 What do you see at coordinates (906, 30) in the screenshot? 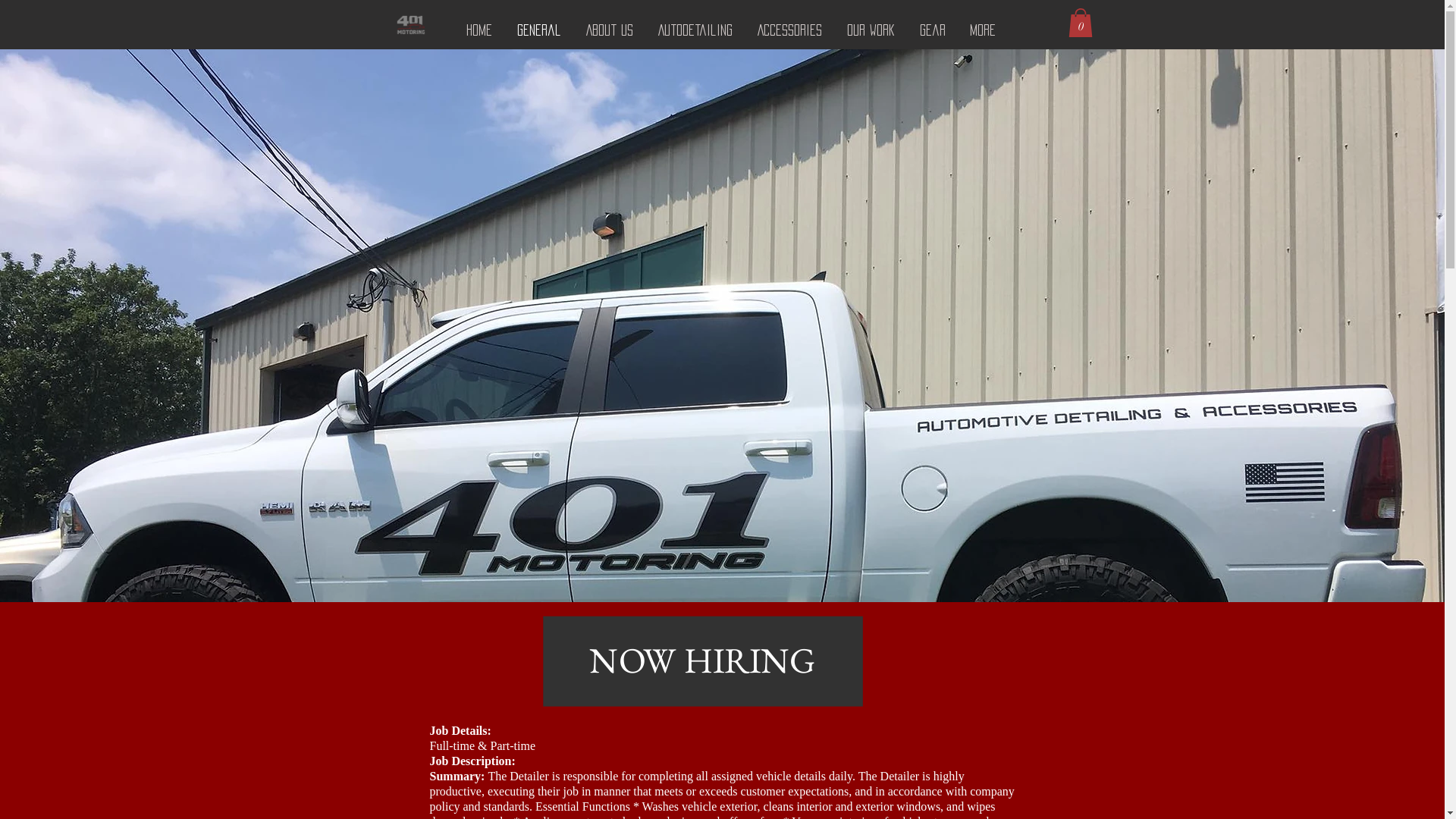
I see `'Gear'` at bounding box center [906, 30].